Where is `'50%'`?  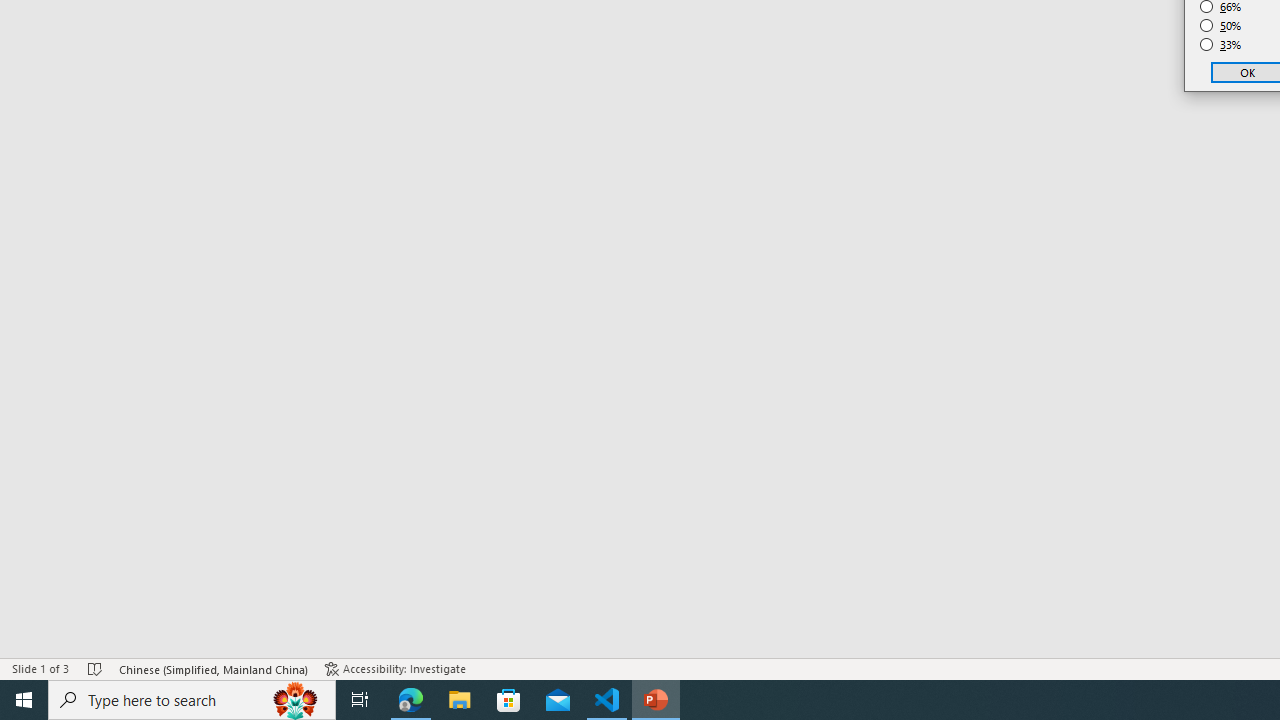
'50%' is located at coordinates (1220, 25).